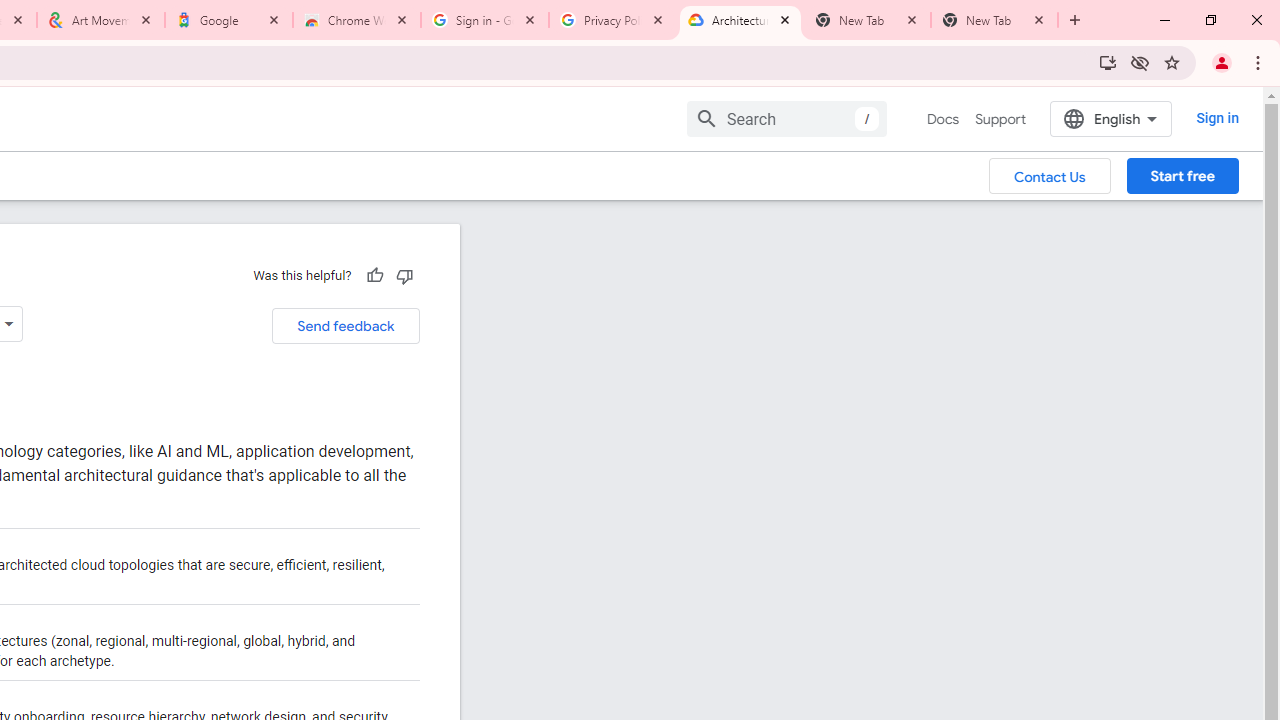  I want to click on 'Google', so click(229, 20).